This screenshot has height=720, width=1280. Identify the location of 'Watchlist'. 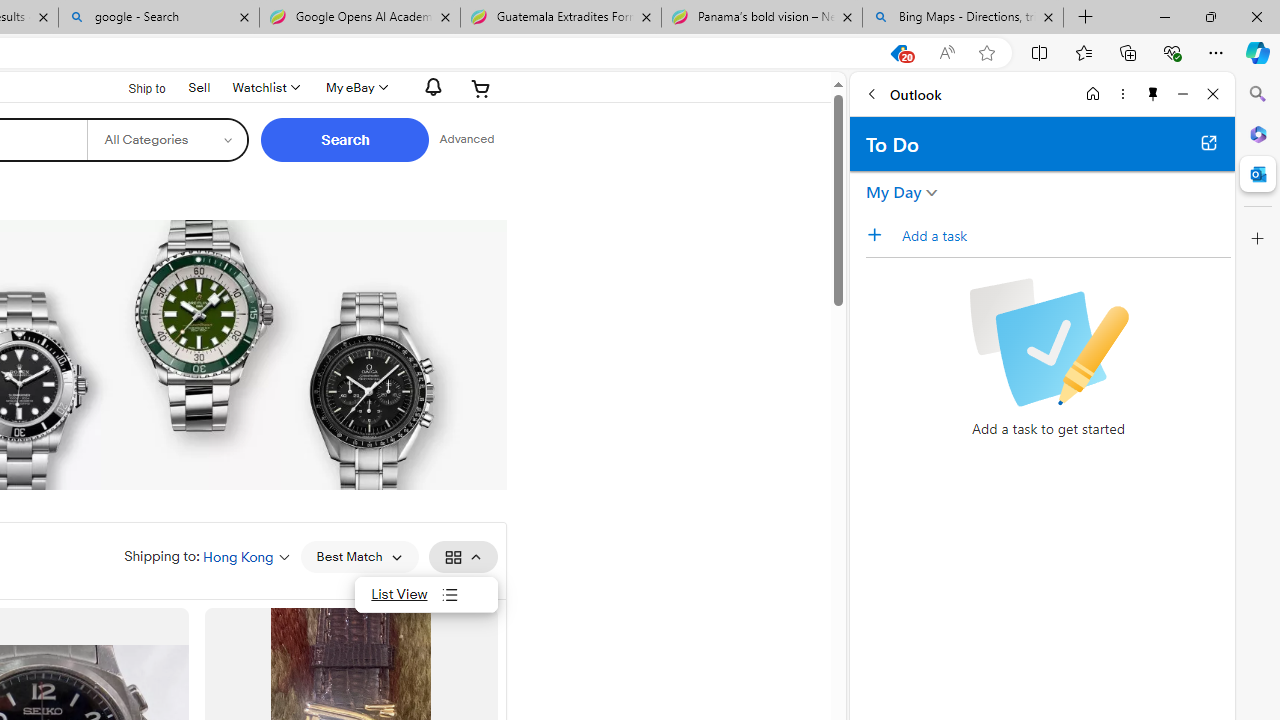
(263, 87).